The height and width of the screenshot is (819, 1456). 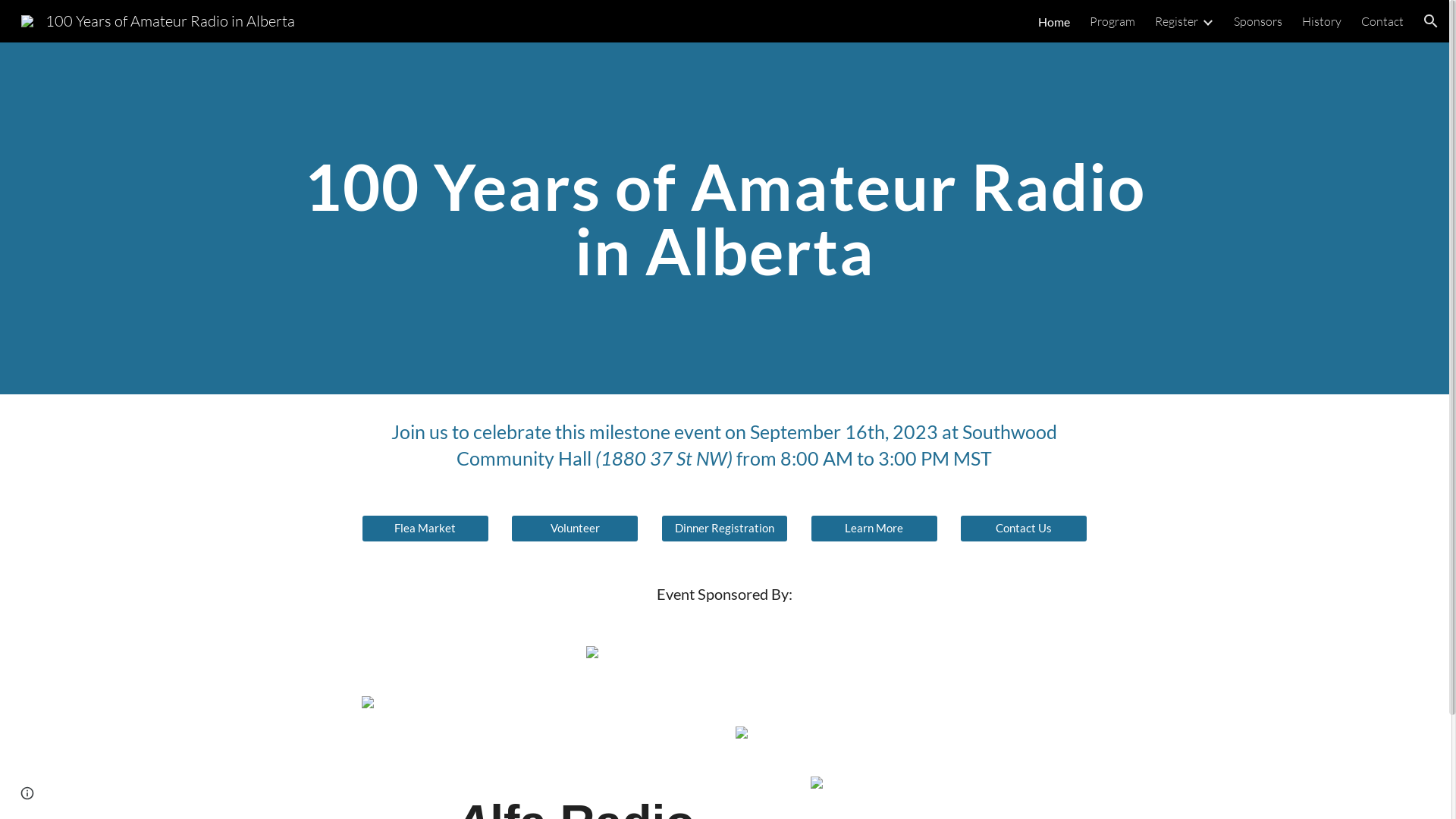 What do you see at coordinates (1320, 20) in the screenshot?
I see `'History'` at bounding box center [1320, 20].